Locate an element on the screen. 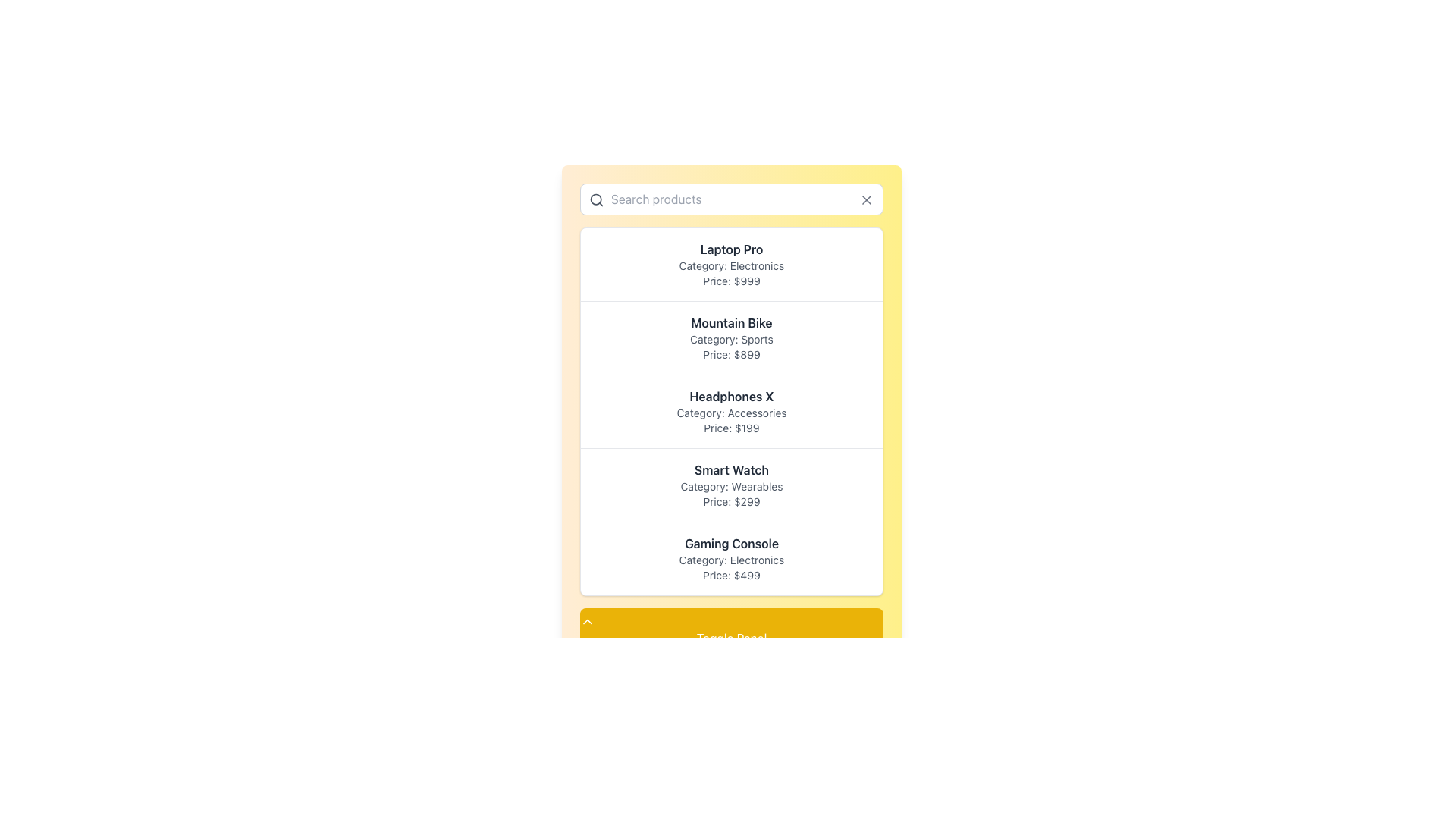 This screenshot has width=1456, height=819. the price information text label for the product 'Headphones X', located at the bottom of its description group is located at coordinates (731, 428).